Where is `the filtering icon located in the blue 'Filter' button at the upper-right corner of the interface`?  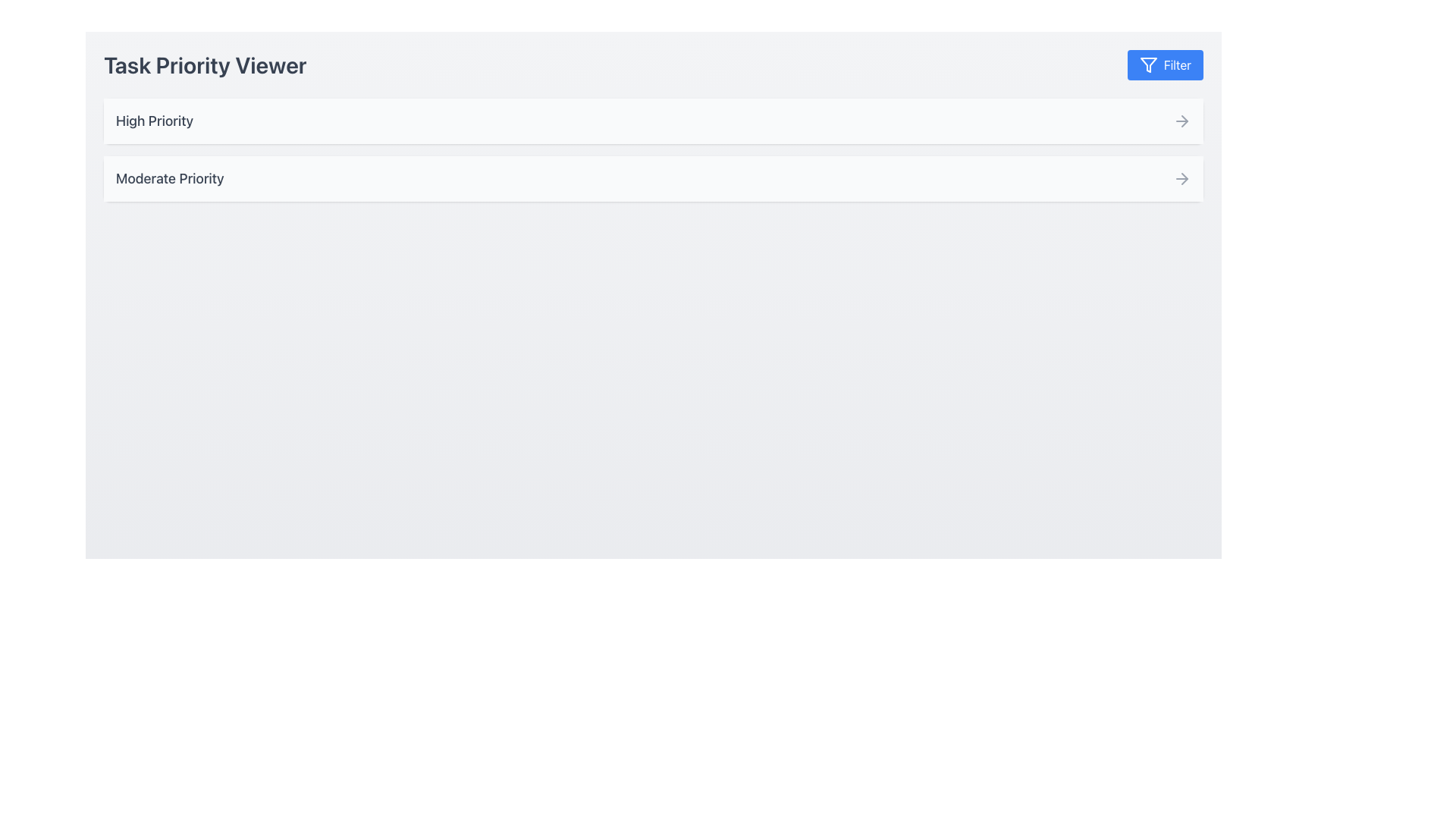 the filtering icon located in the blue 'Filter' button at the upper-right corner of the interface is located at coordinates (1148, 64).